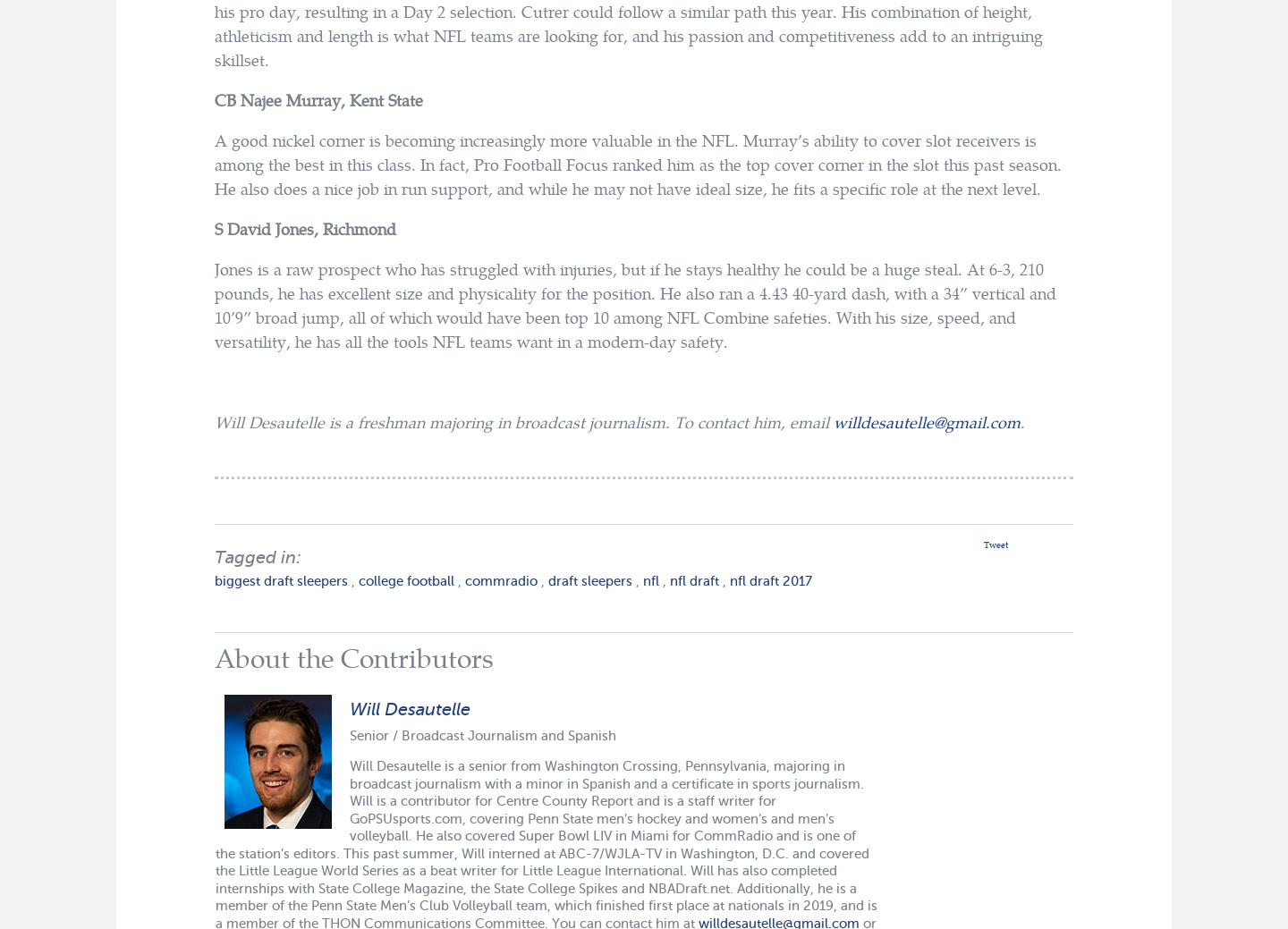  I want to click on 'college football', so click(406, 580).